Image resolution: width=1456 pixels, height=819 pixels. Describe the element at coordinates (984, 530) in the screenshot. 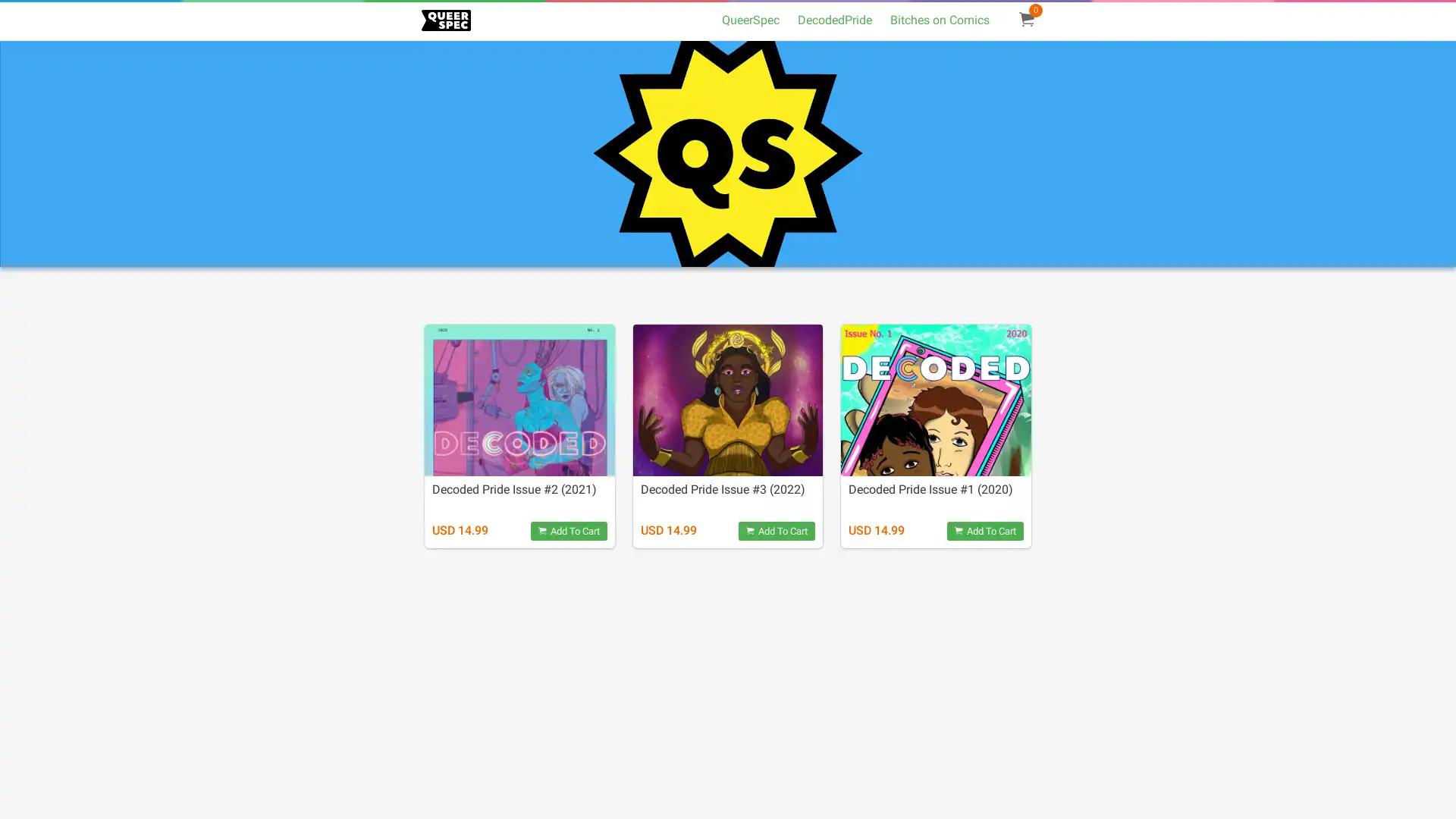

I see `Add To Cart` at that location.